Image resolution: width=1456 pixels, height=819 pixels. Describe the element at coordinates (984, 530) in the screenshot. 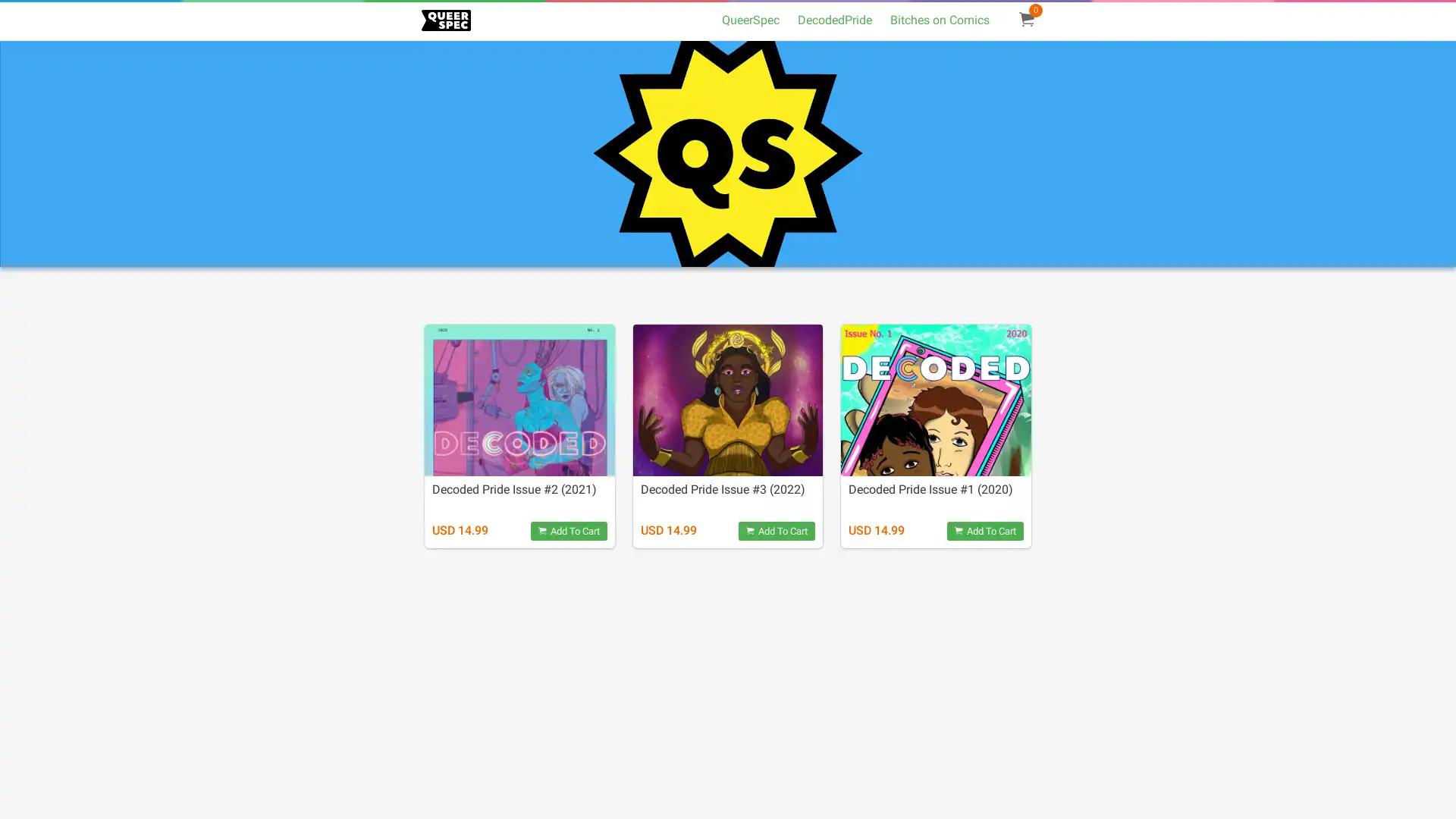

I see `Add To Cart` at that location.